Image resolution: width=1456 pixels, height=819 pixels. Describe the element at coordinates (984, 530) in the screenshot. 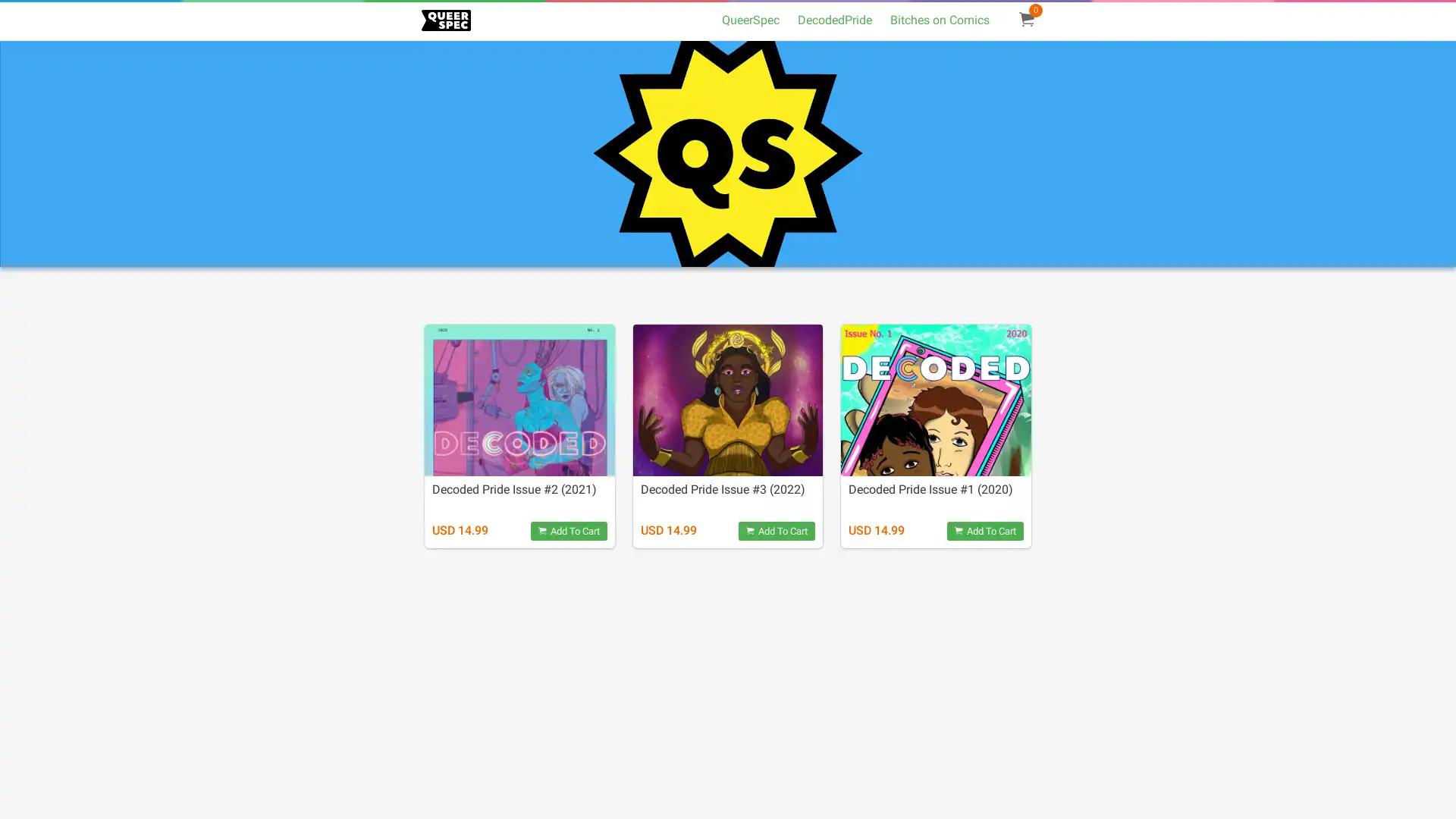

I see `Add To Cart` at that location.